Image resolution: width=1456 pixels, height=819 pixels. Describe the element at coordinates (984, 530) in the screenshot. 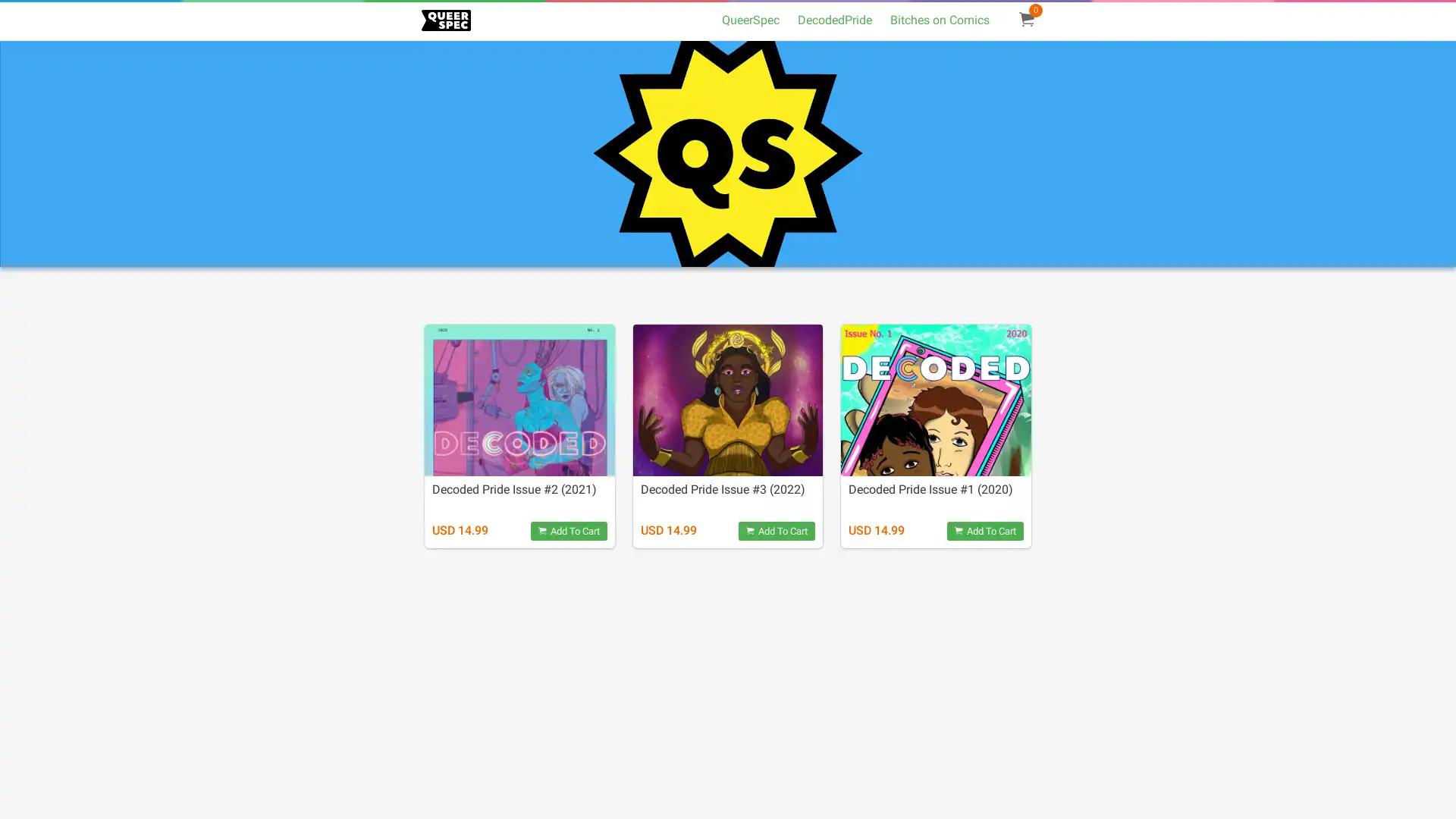

I see `Add To Cart` at that location.